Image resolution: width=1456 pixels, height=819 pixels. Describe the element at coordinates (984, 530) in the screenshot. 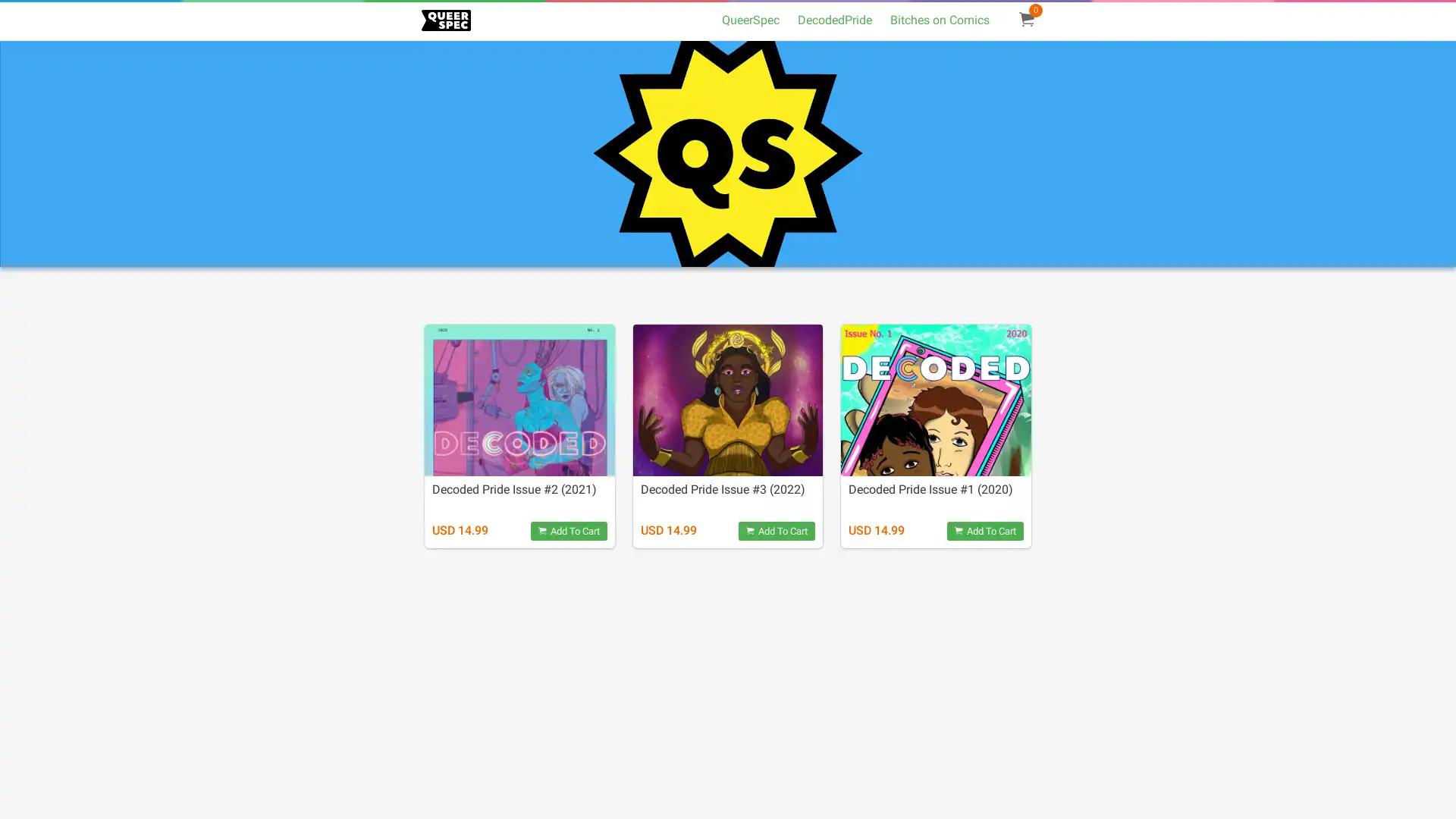

I see `Add To Cart` at that location.